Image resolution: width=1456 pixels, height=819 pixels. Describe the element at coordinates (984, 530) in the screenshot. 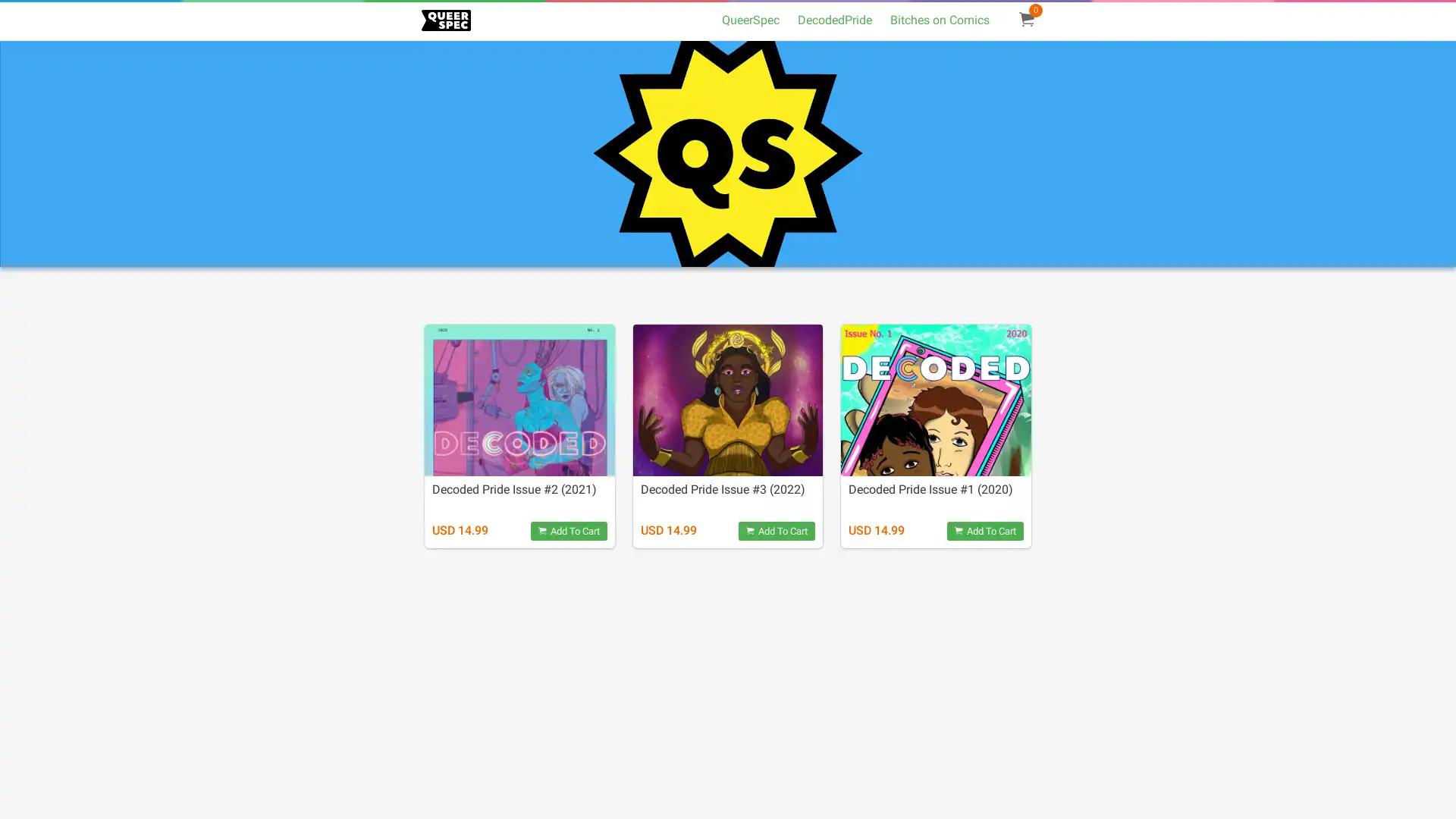

I see `Add To Cart` at that location.